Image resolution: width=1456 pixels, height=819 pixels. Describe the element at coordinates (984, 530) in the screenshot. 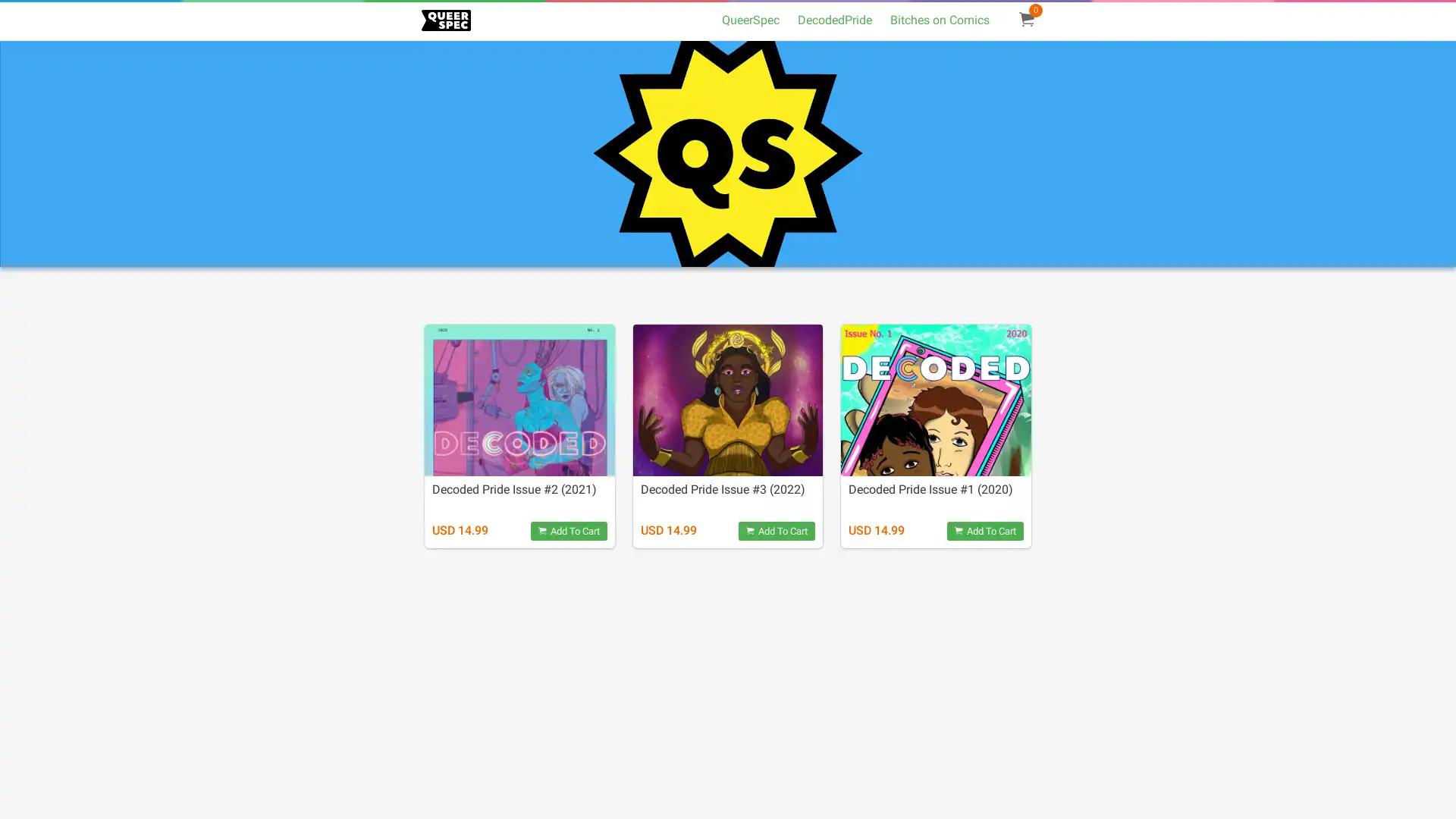

I see `Add To Cart` at that location.